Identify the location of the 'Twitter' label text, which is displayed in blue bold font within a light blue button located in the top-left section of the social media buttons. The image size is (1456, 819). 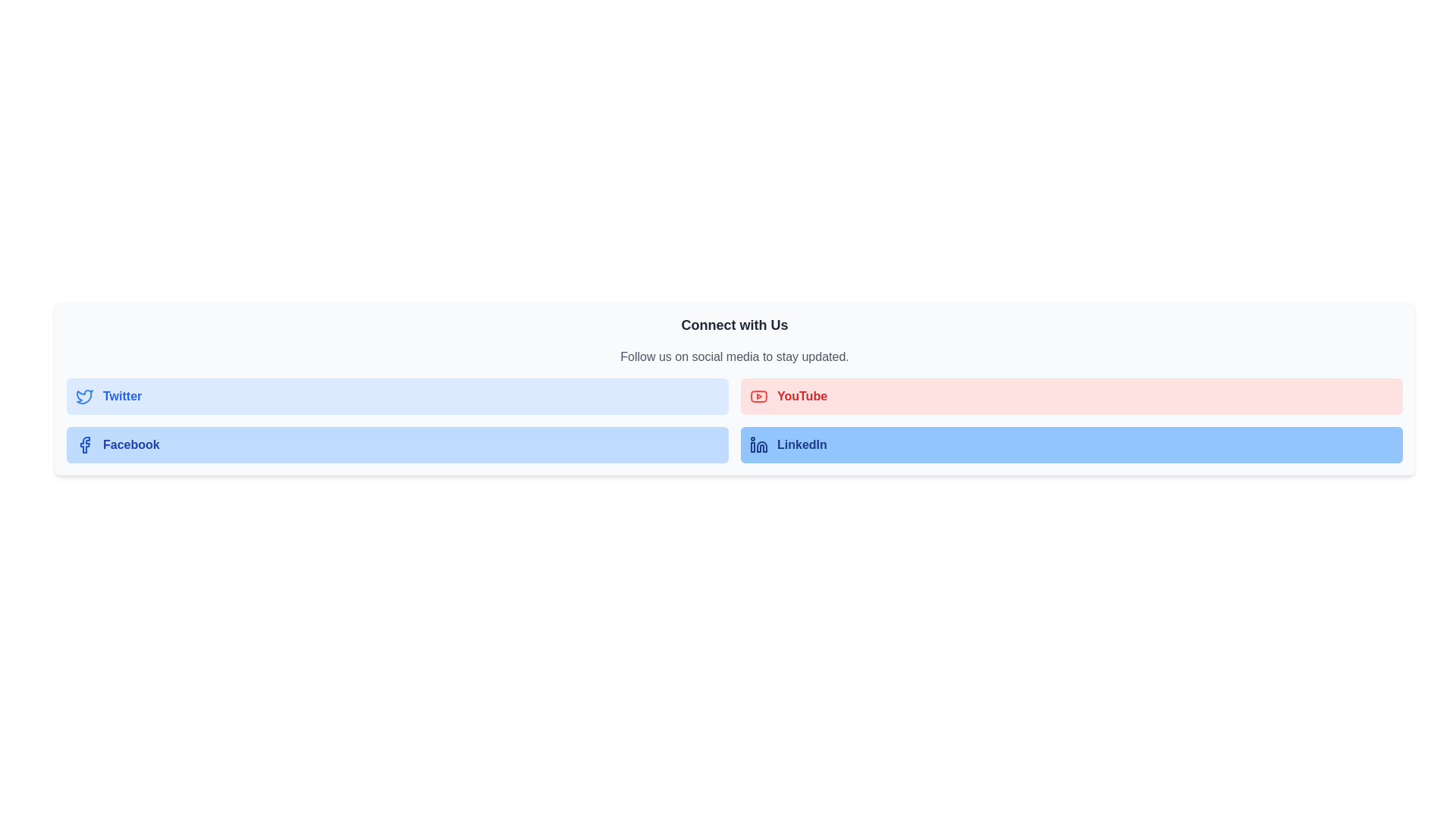
(122, 396).